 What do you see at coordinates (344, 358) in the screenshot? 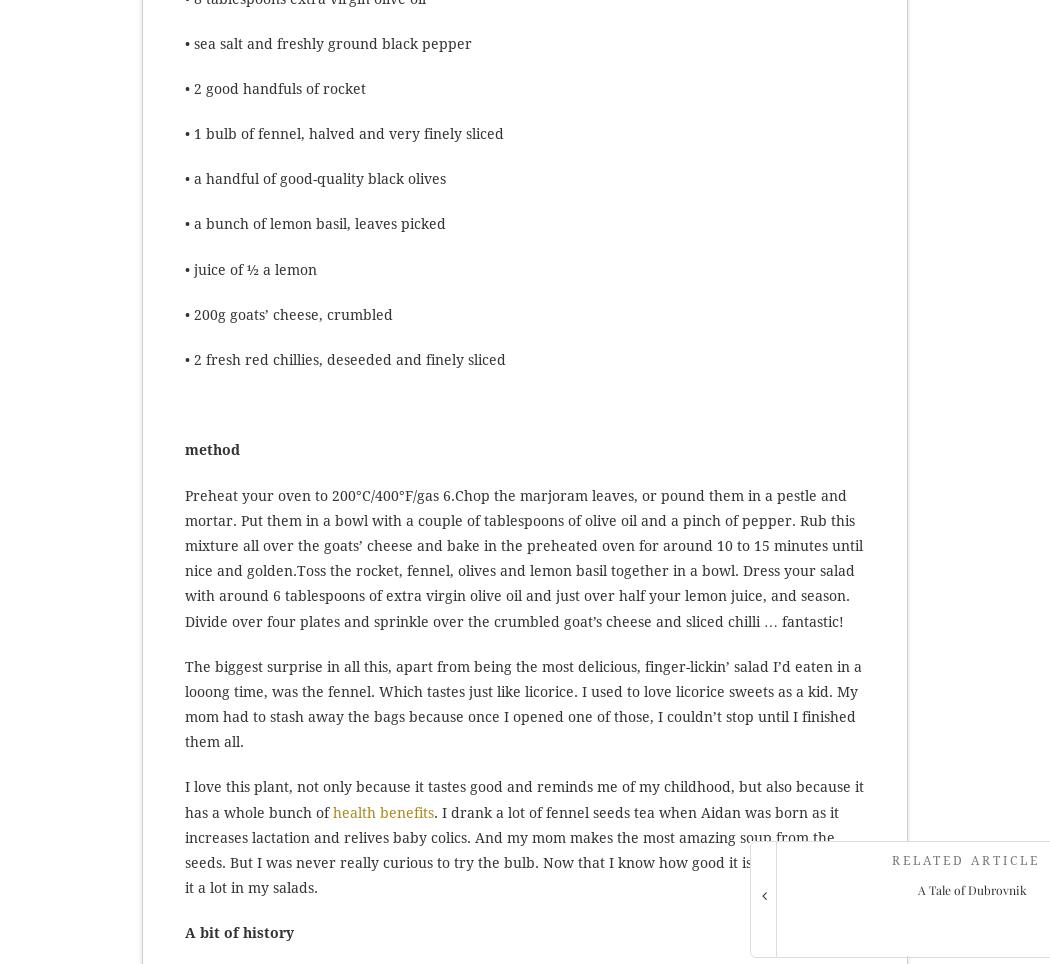
I see `'• 2 fresh red chillies, deseeded and finely sliced'` at bounding box center [344, 358].